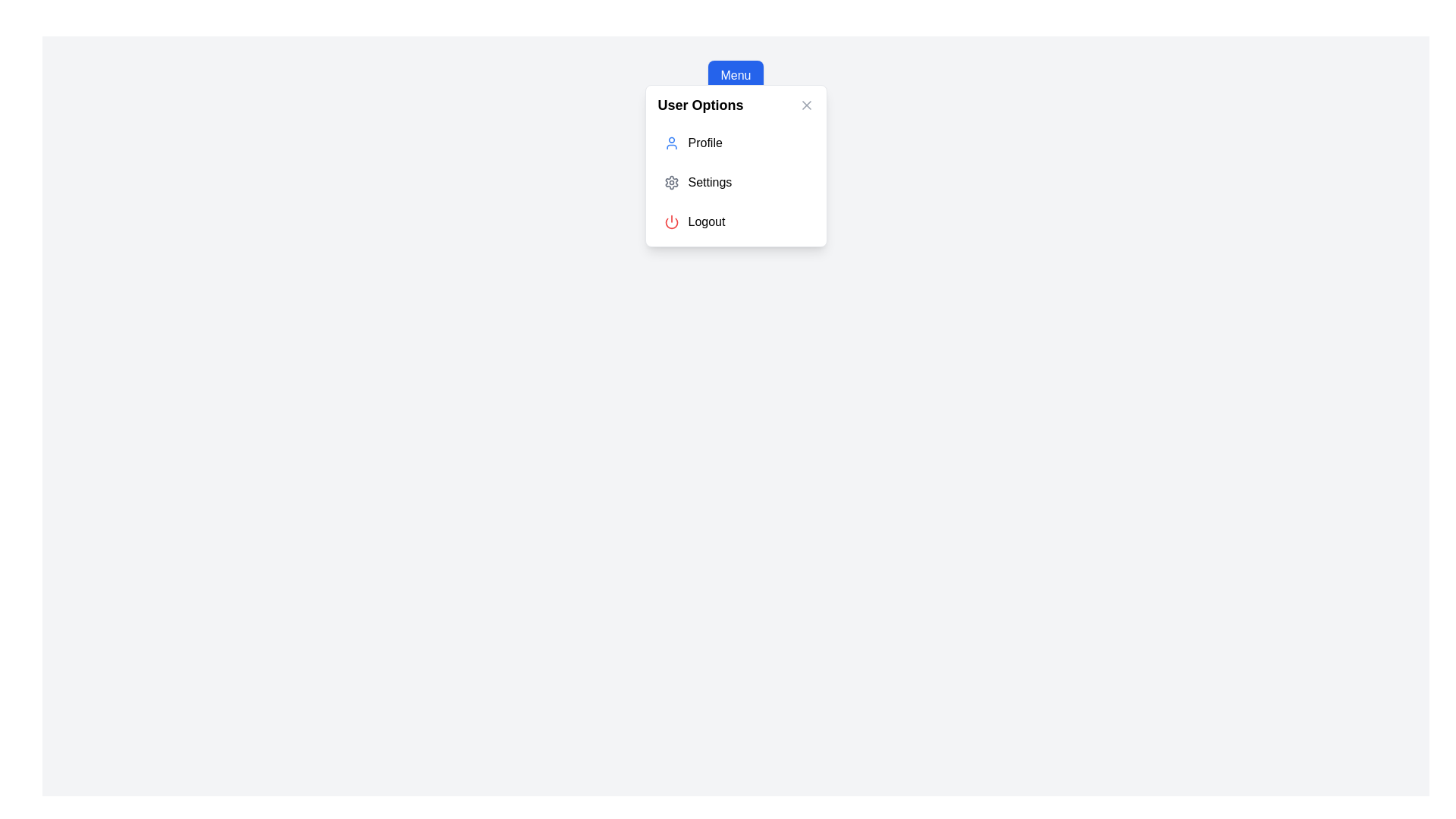  I want to click on the 'Settings' option in the User Options dropdown menu, which is the second item listed after 'Profile', so click(736, 181).